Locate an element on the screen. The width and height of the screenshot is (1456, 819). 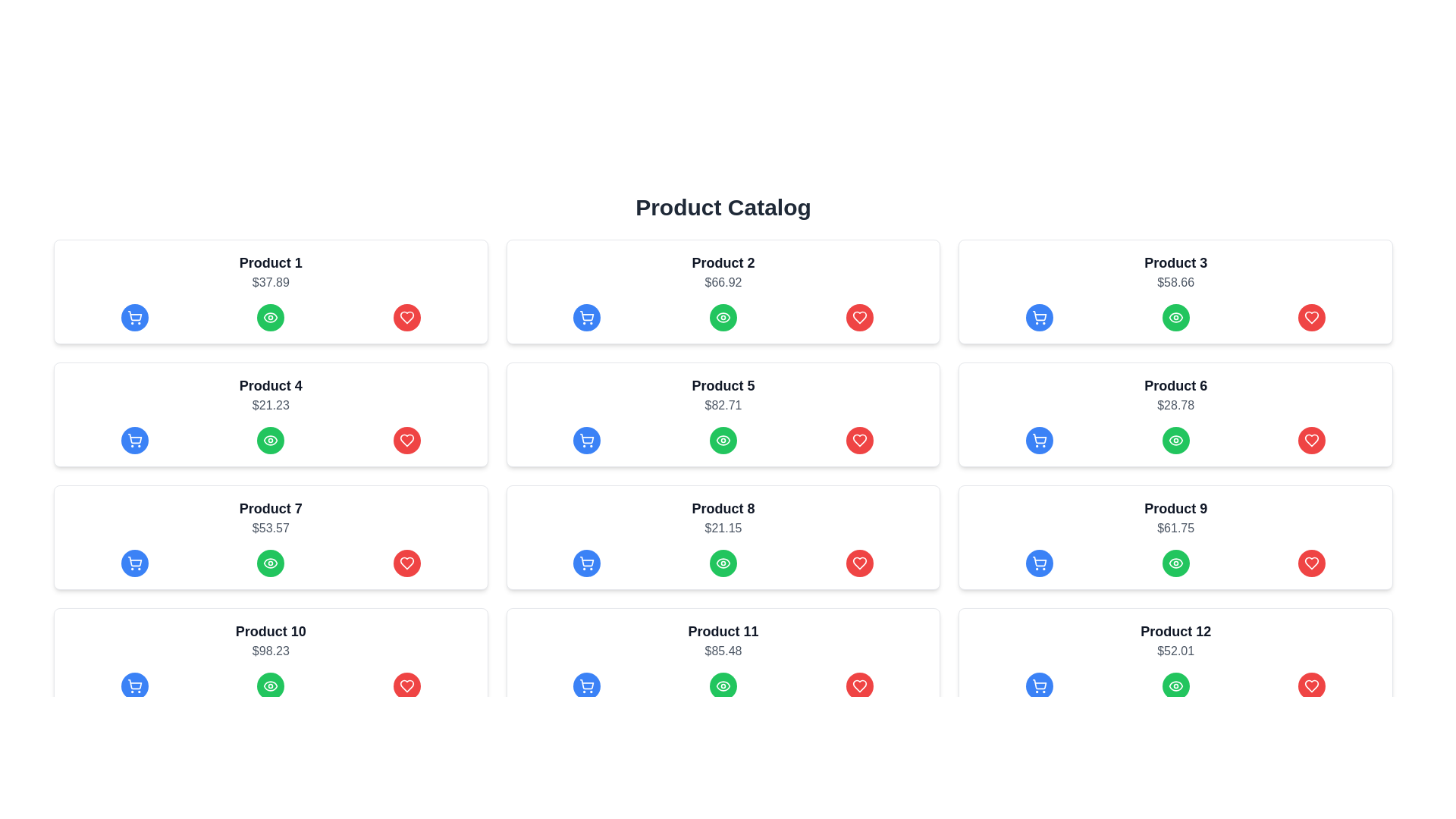
the middle circular green button with a white eye icon located below 'Product 6' priced at '$28.78' is located at coordinates (1175, 441).